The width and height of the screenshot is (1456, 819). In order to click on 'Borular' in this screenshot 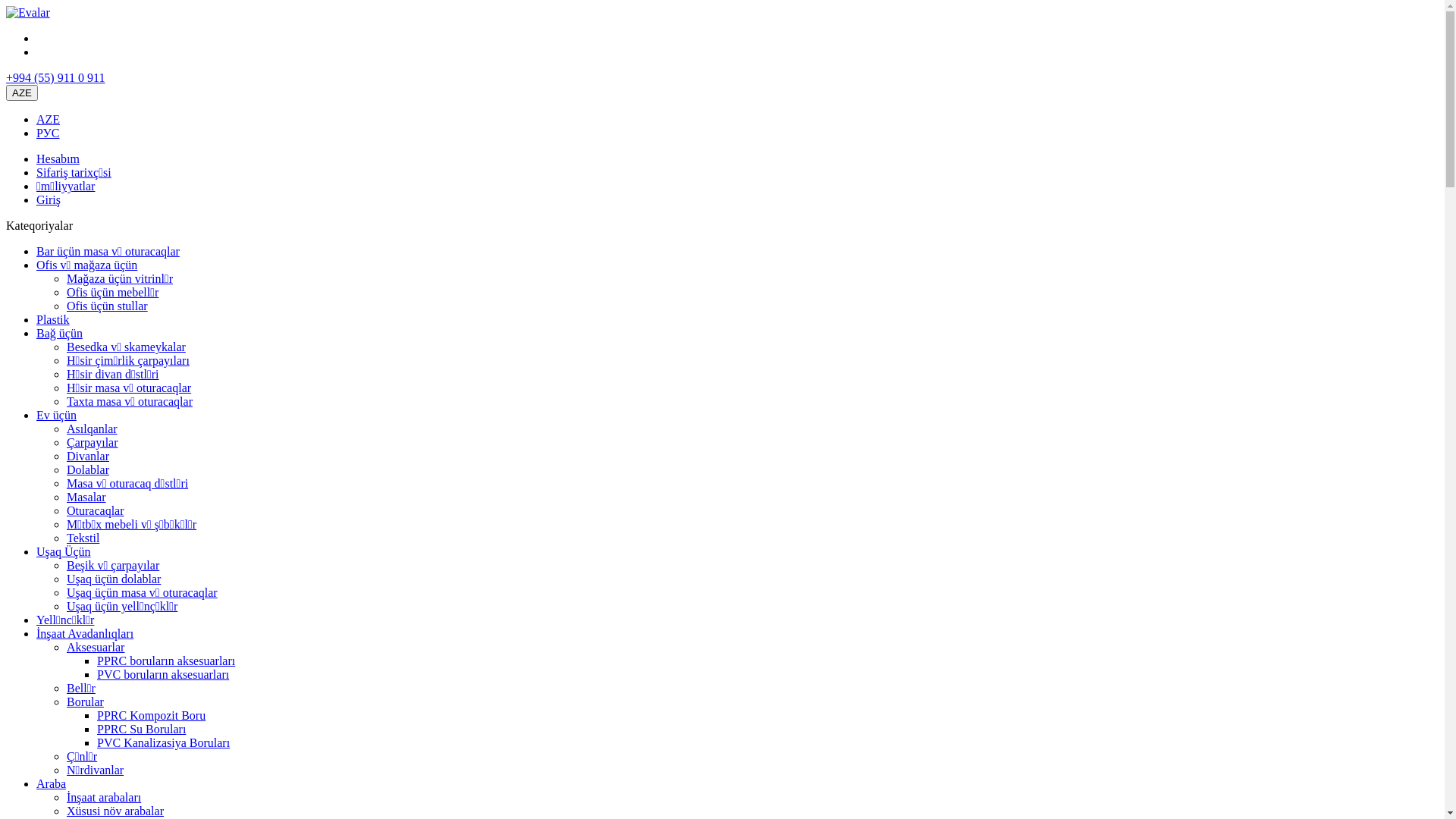, I will do `click(65, 701)`.